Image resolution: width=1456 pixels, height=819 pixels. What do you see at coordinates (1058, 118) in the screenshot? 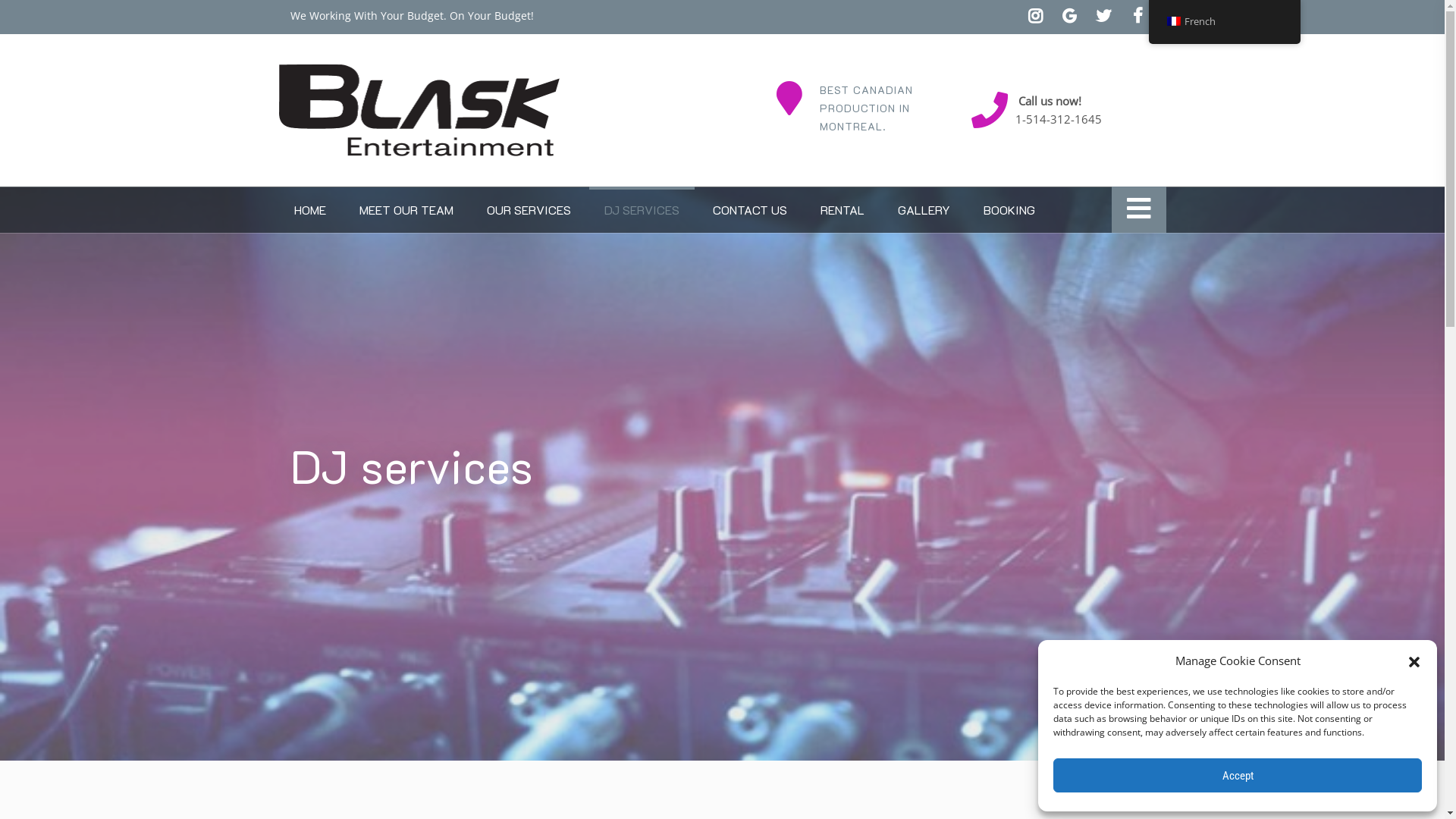
I see `'1-514-312-1645'` at bounding box center [1058, 118].